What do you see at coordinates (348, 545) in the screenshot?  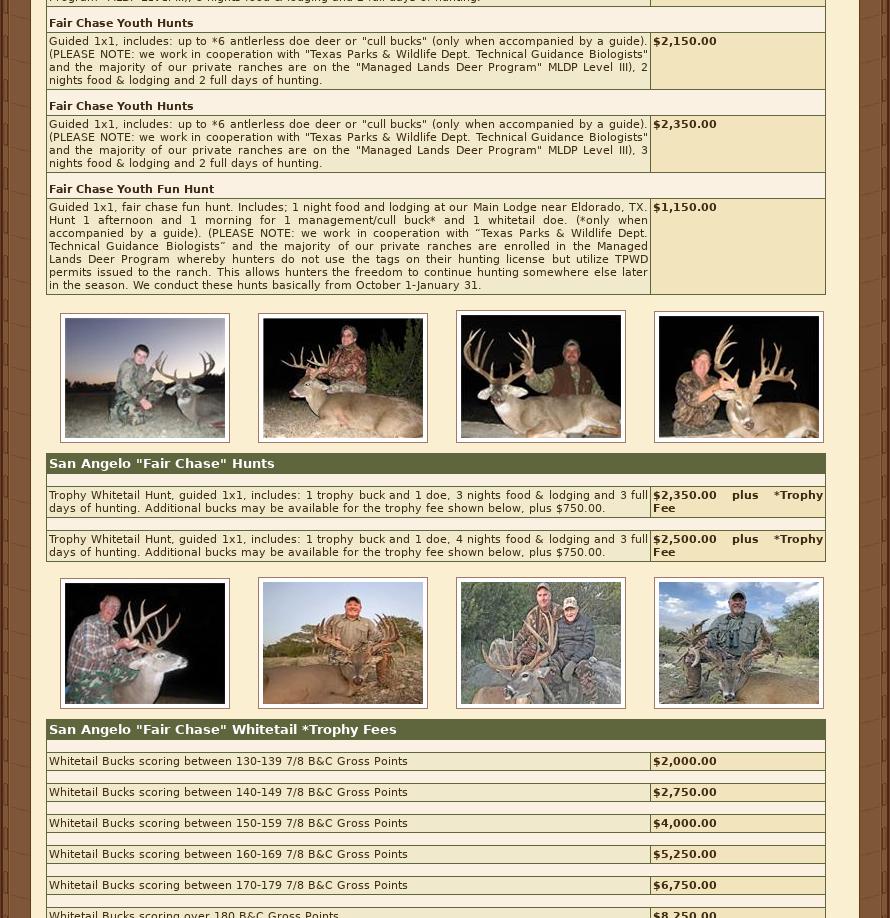 I see `'Trophy Whitetail Hunt, guided 1x1, includes: 1 trophy buck and 1 doe, 4 nights food & lodging and 3 full days of hunting. Additional bucks may be available for the trophy fee shown below, plus $750.00.'` at bounding box center [348, 545].